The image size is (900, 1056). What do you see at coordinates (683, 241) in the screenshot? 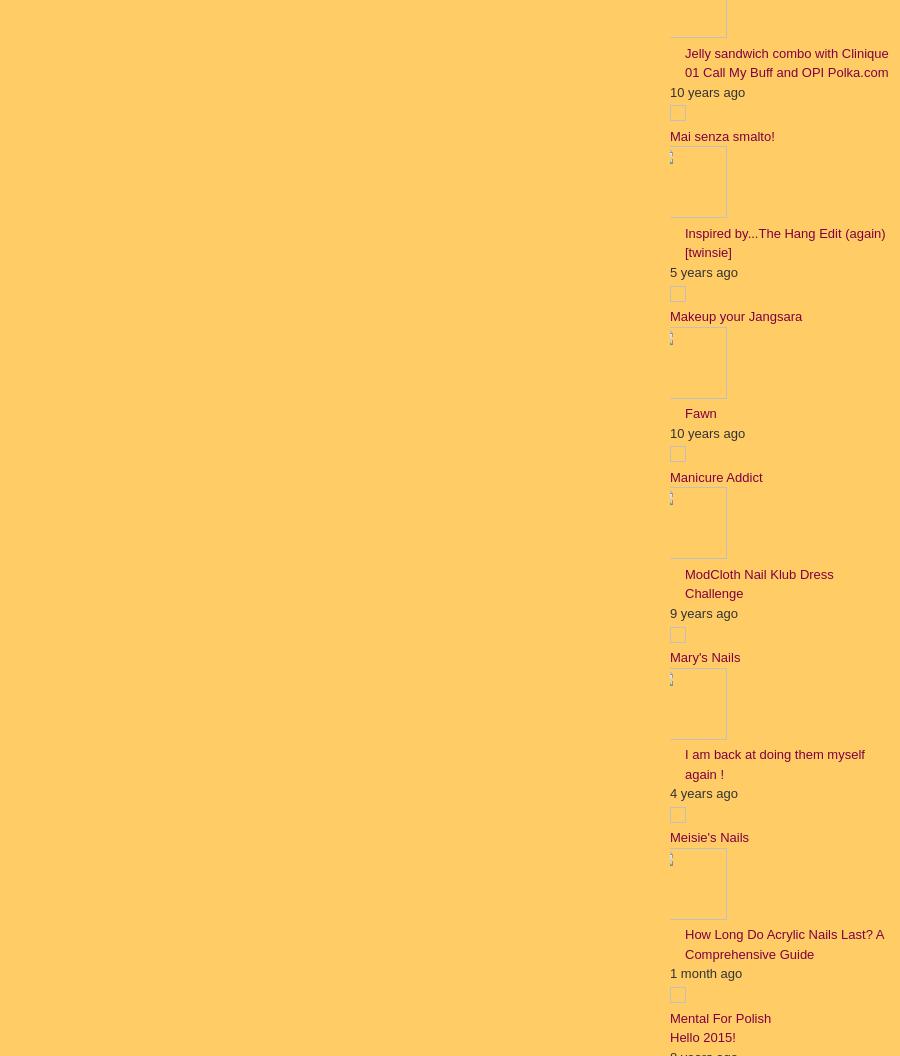
I see `'Inspired by...The Hang Edit (again) [twinsie]'` at bounding box center [683, 241].